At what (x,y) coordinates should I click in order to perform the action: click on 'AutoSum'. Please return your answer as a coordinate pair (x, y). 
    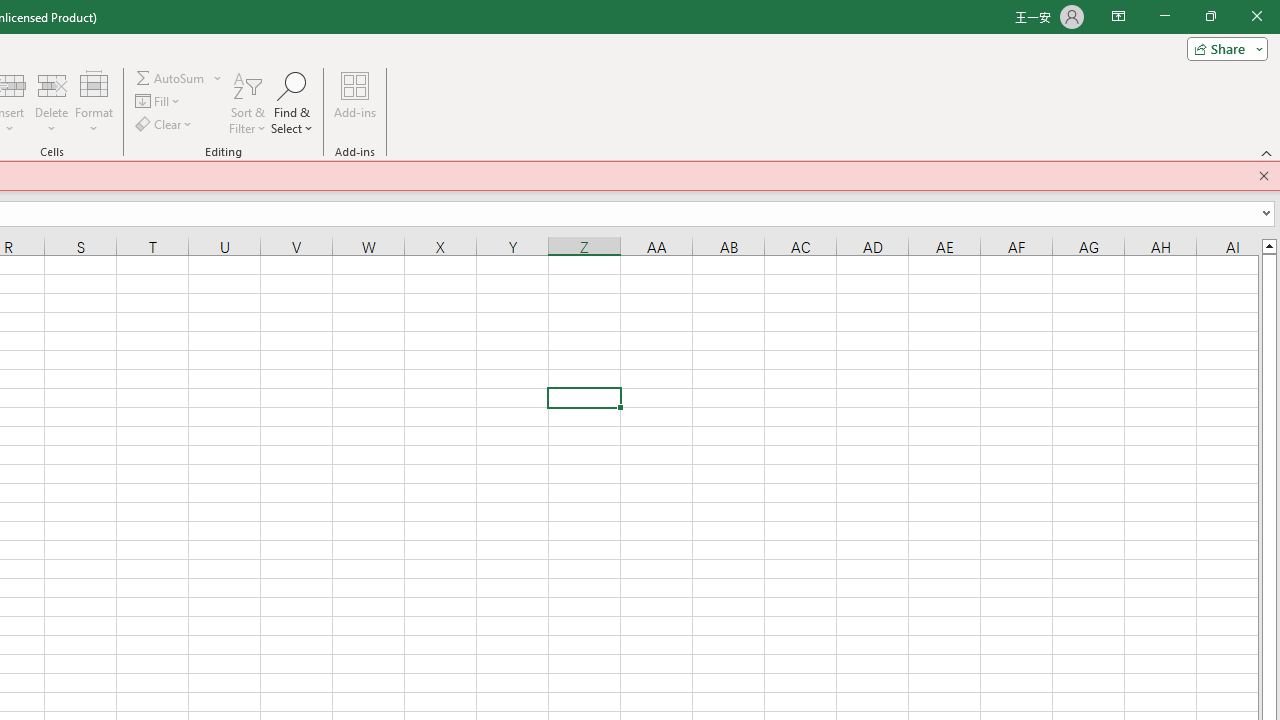
    Looking at the image, I should click on (179, 77).